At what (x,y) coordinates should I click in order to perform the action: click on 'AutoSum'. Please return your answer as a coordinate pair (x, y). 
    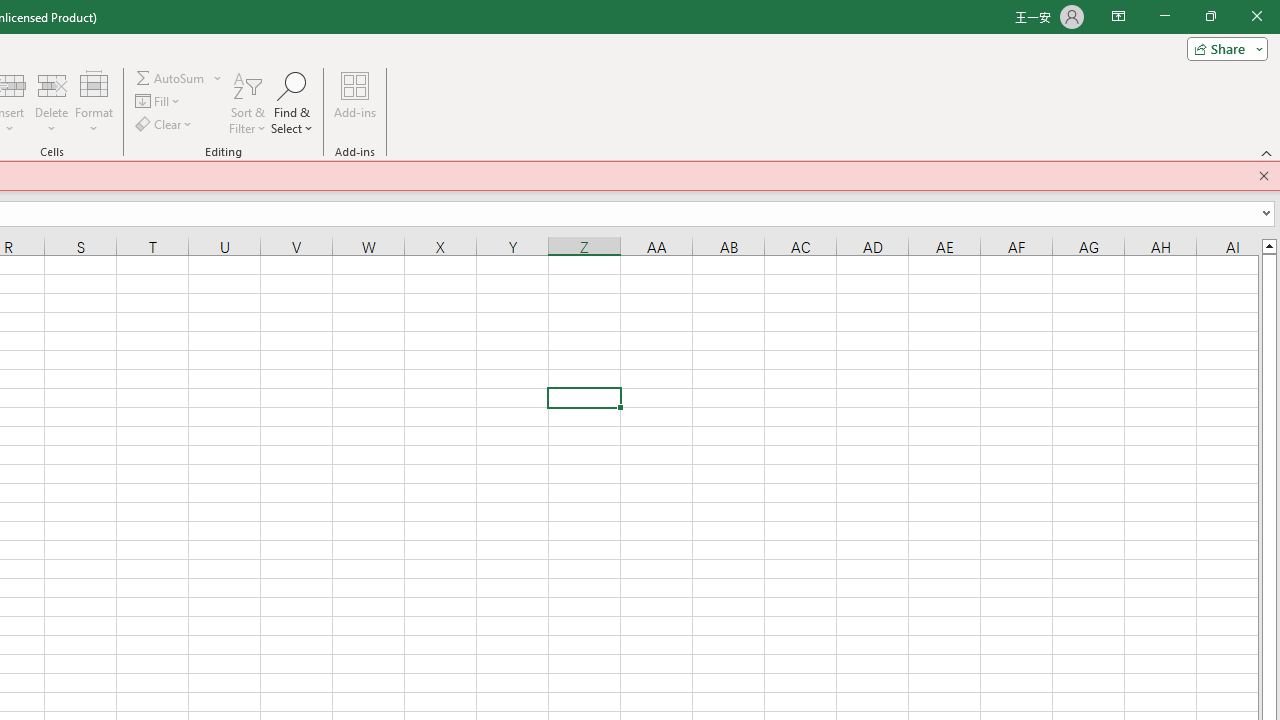
    Looking at the image, I should click on (179, 77).